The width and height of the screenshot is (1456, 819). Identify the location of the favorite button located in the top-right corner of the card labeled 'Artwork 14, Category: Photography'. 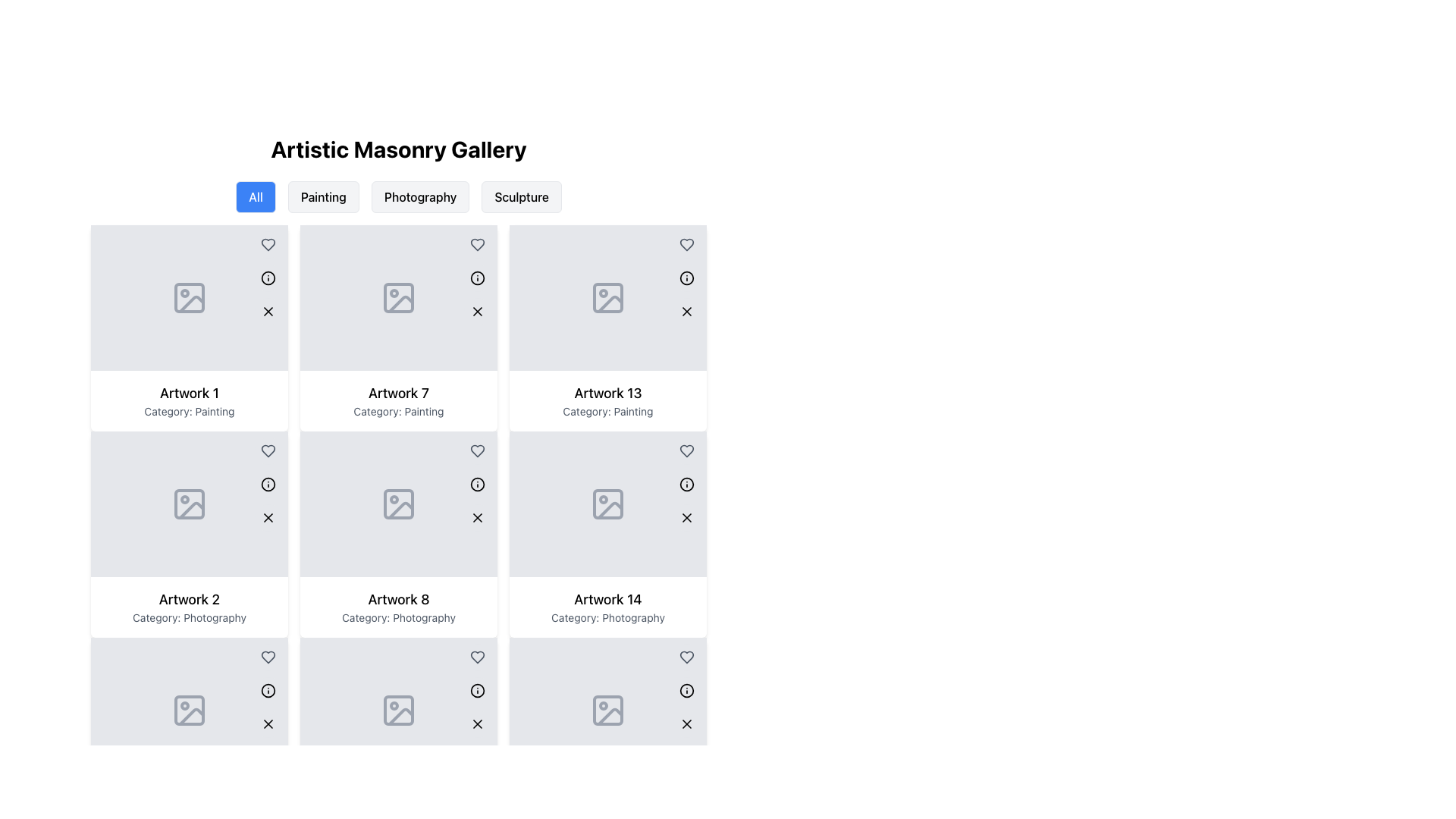
(686, 657).